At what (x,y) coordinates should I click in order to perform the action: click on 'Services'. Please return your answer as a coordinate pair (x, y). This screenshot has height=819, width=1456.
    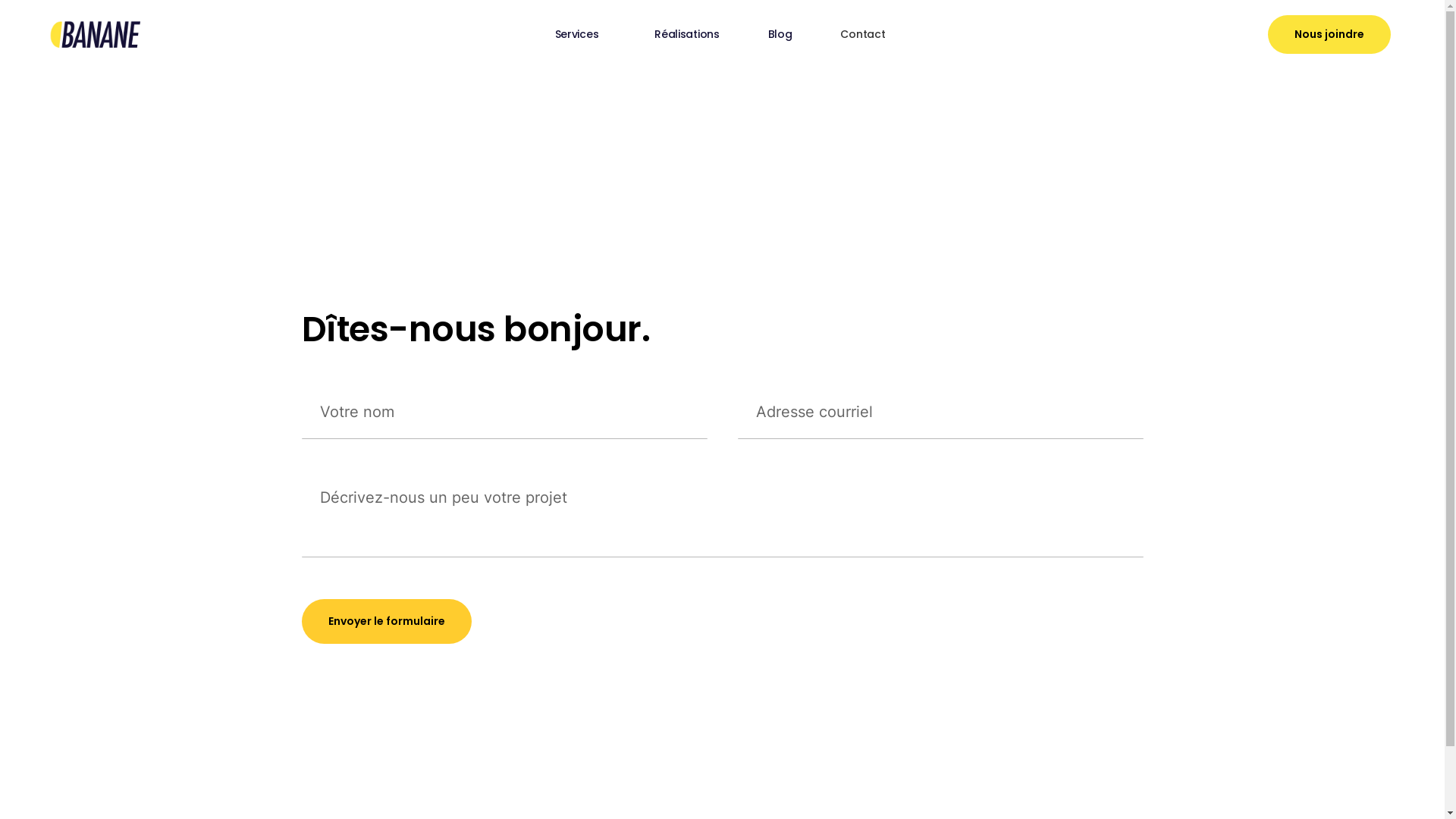
    Looking at the image, I should click on (531, 34).